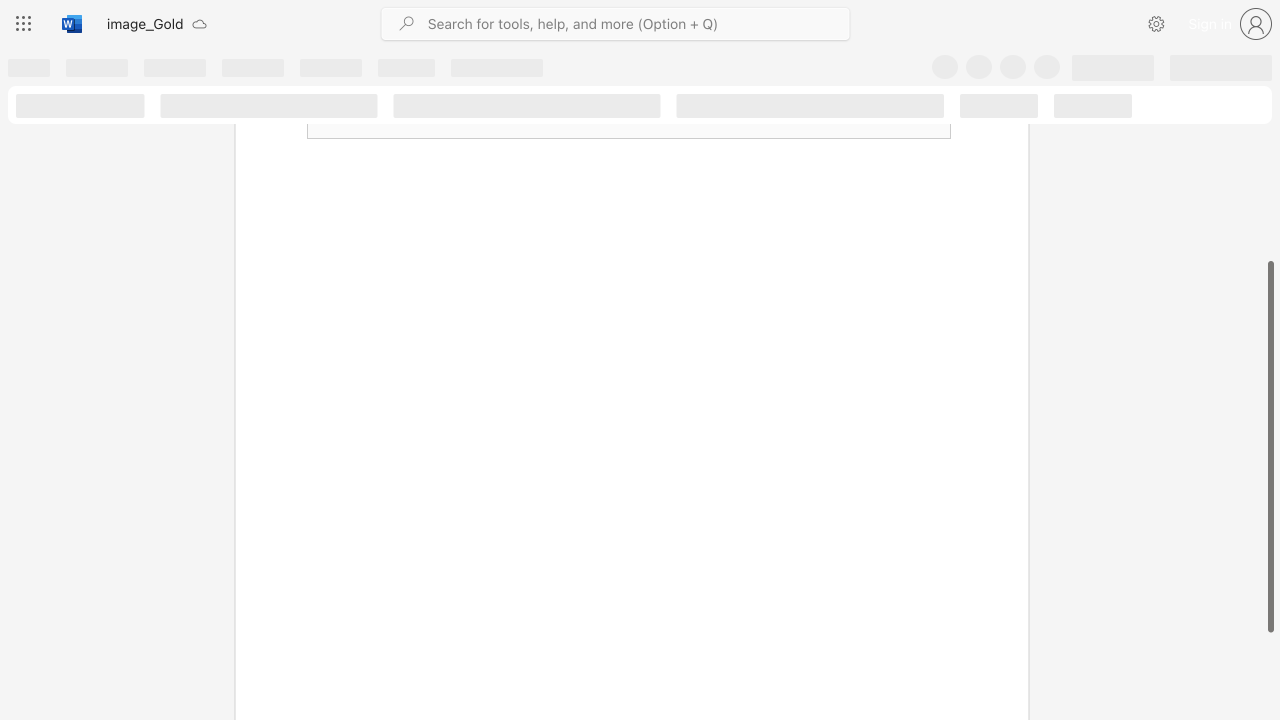 The height and width of the screenshot is (720, 1280). Describe the element at coordinates (1269, 446) in the screenshot. I see `the scrollbar and move down 100 pixels` at that location.